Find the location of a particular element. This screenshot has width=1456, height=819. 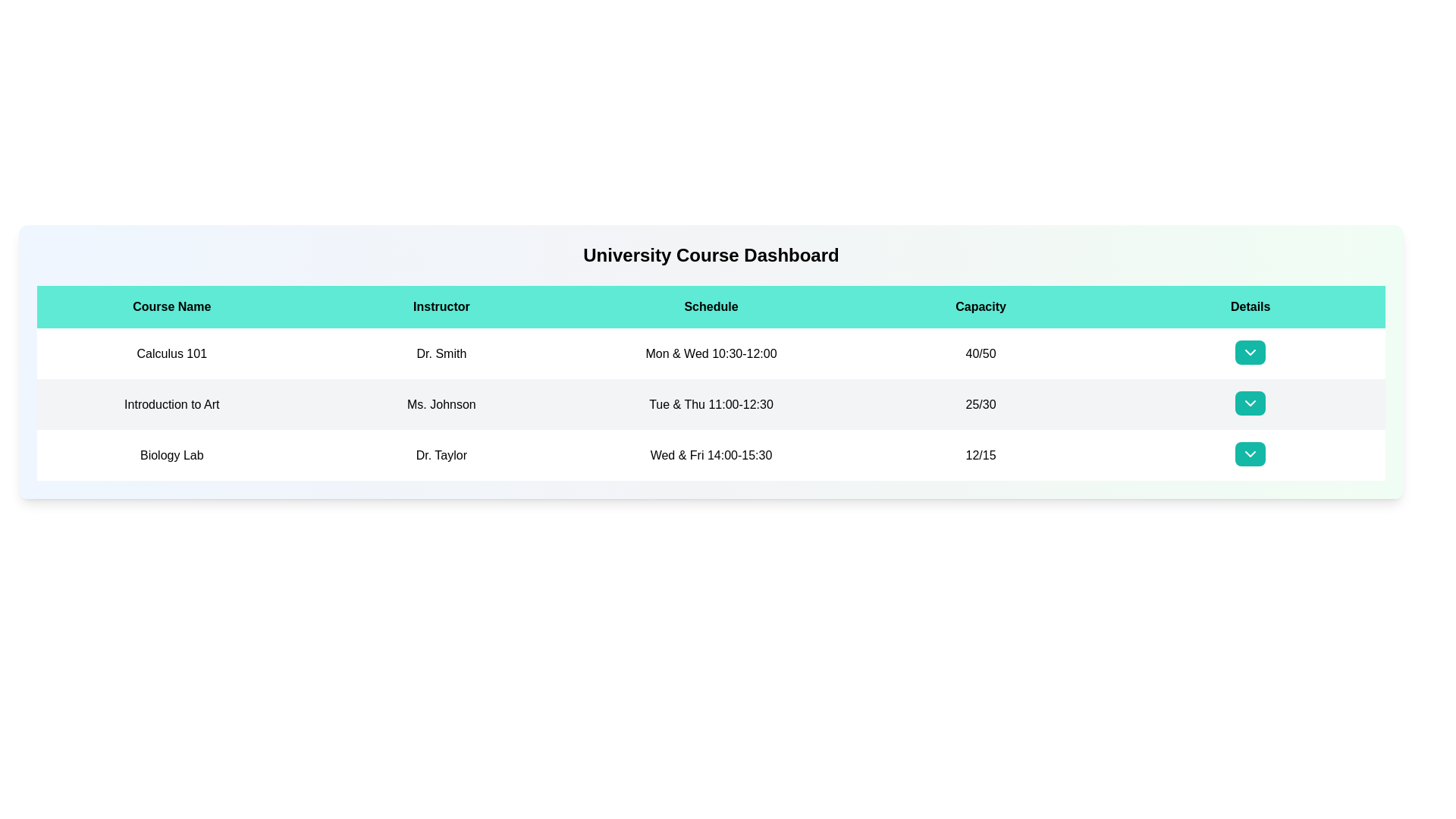

the Dropdown indicator icon located in the 'Details' column of the third row in the table for the 'Biology Lab' course entry is located at coordinates (1250, 453).